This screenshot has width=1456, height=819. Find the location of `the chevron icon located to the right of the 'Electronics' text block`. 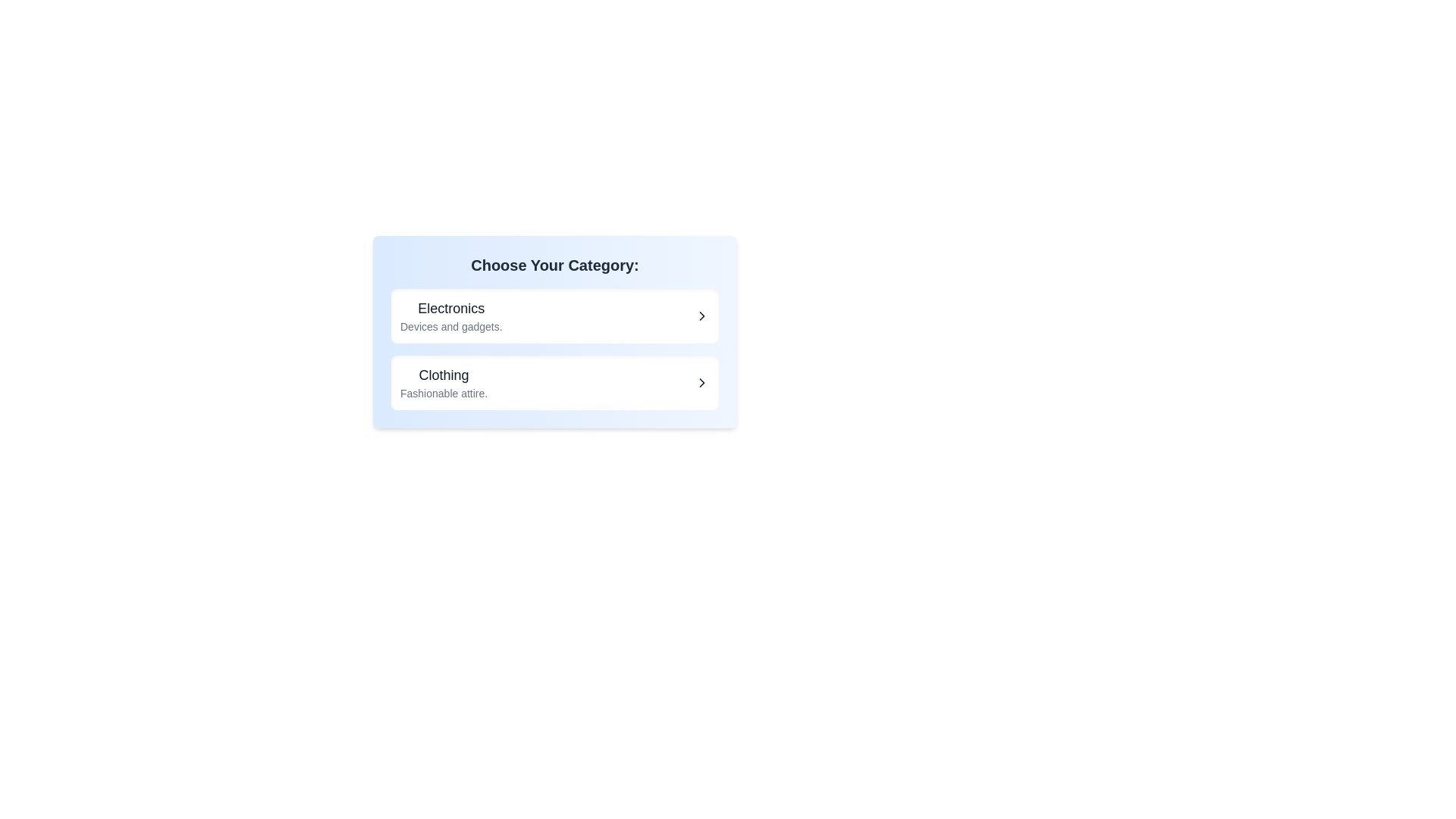

the chevron icon located to the right of the 'Electronics' text block is located at coordinates (701, 315).